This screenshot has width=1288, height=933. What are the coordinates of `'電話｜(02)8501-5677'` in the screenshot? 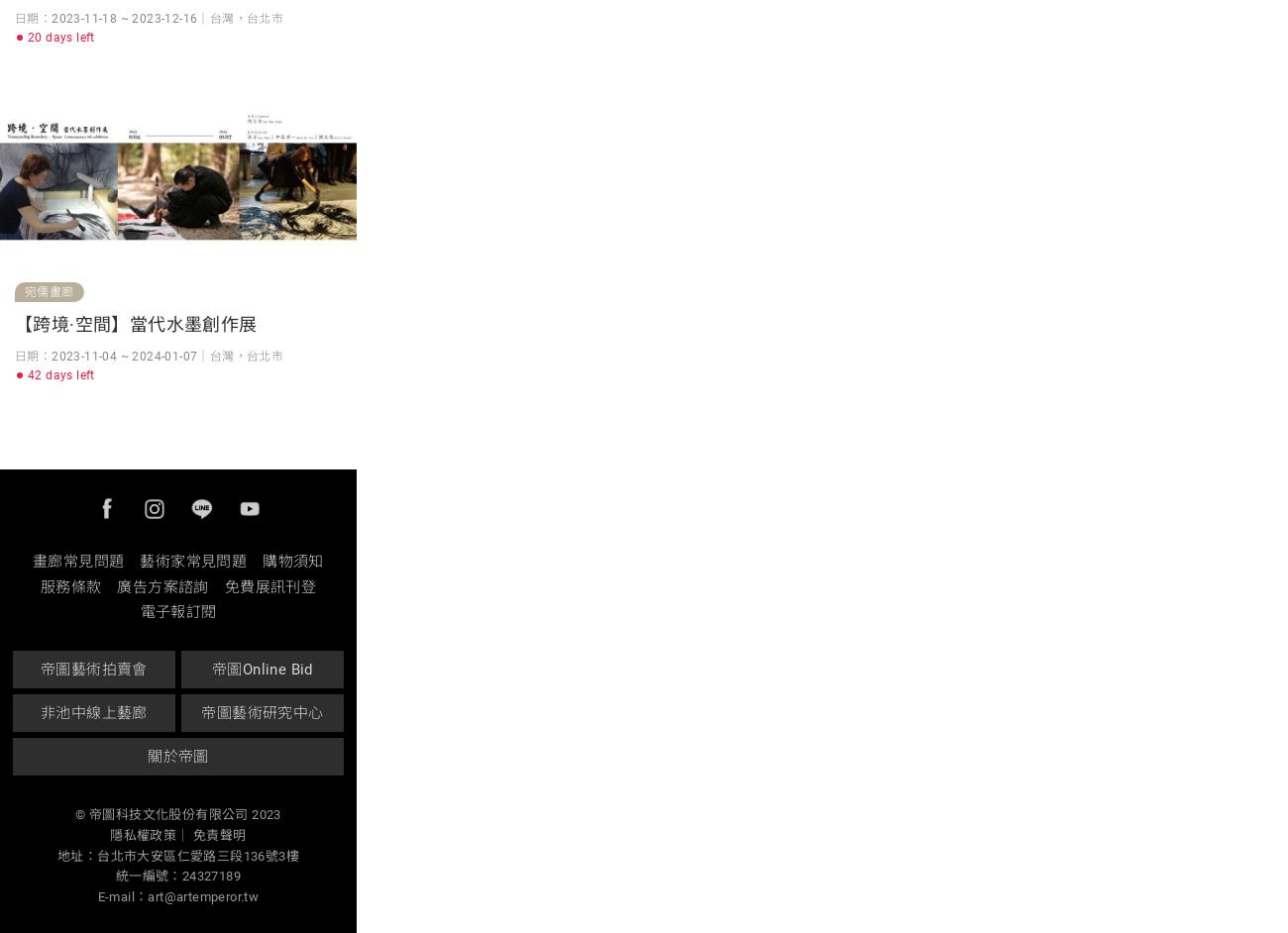 It's located at (23, 135).